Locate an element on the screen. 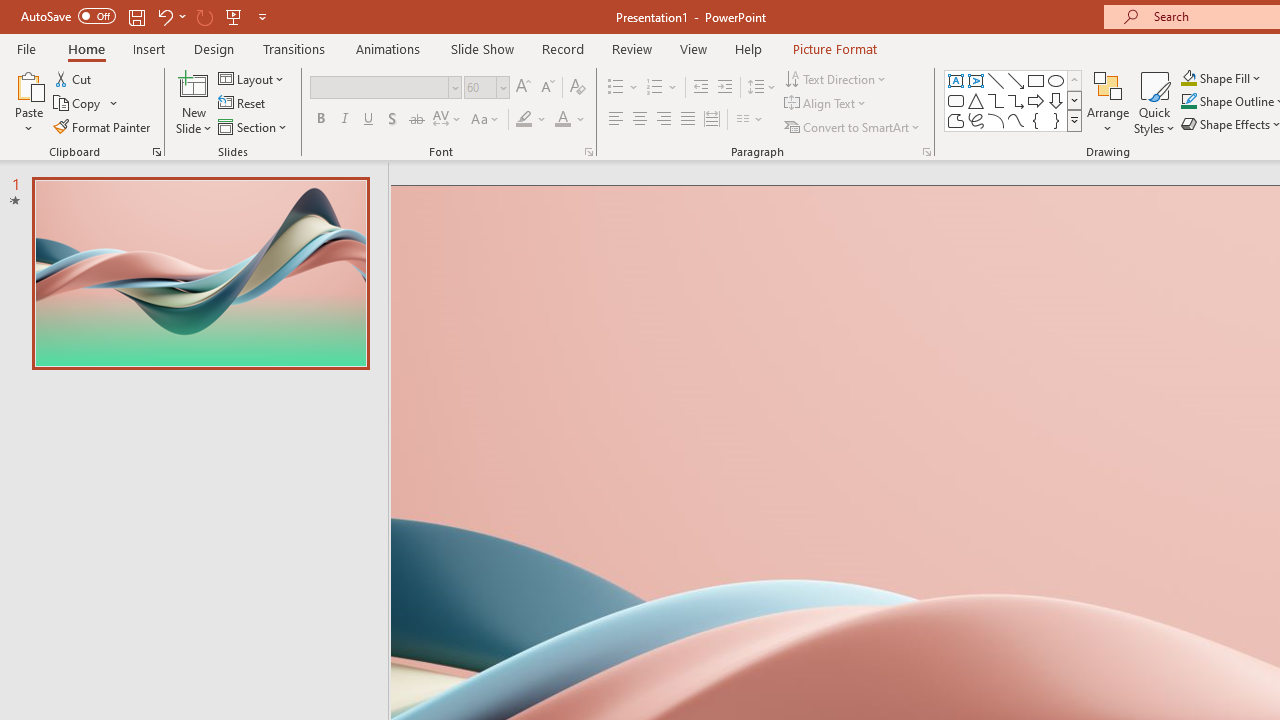  'Picture Format' is located at coordinates (835, 48).